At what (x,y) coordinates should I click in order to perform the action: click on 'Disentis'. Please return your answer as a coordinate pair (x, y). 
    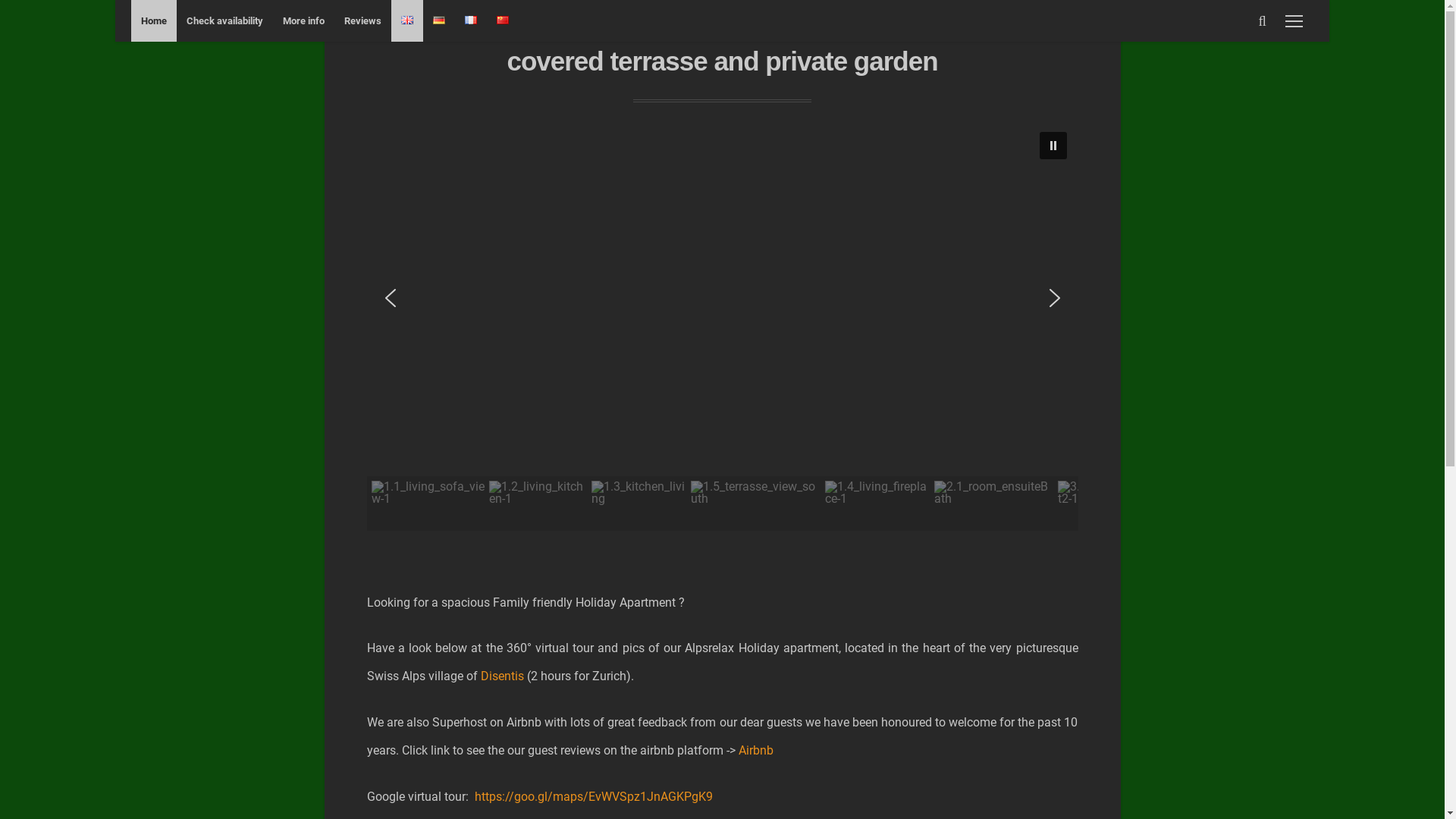
    Looking at the image, I should click on (502, 675).